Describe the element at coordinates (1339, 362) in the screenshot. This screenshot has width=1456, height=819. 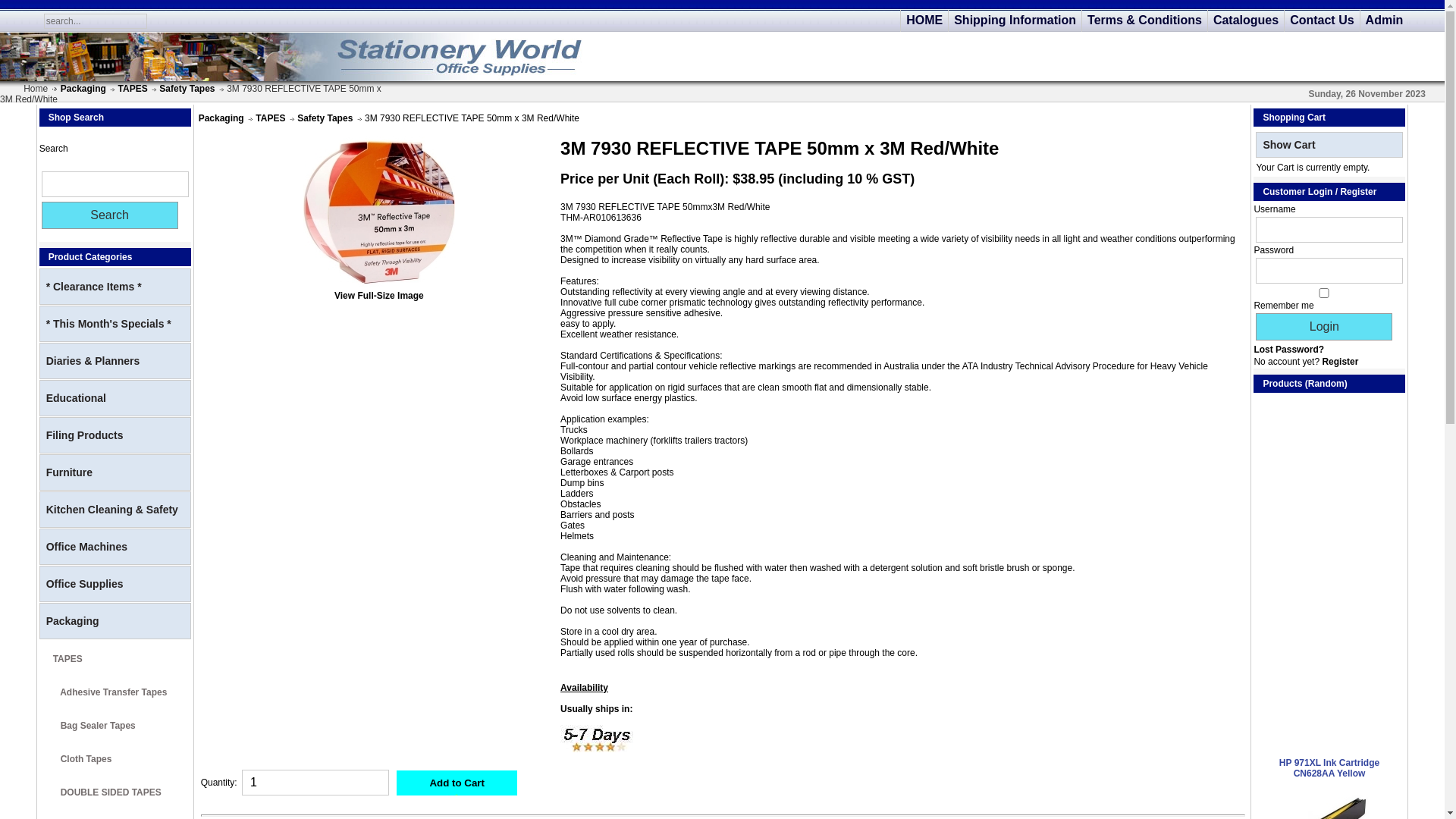
I see `'Register'` at that location.